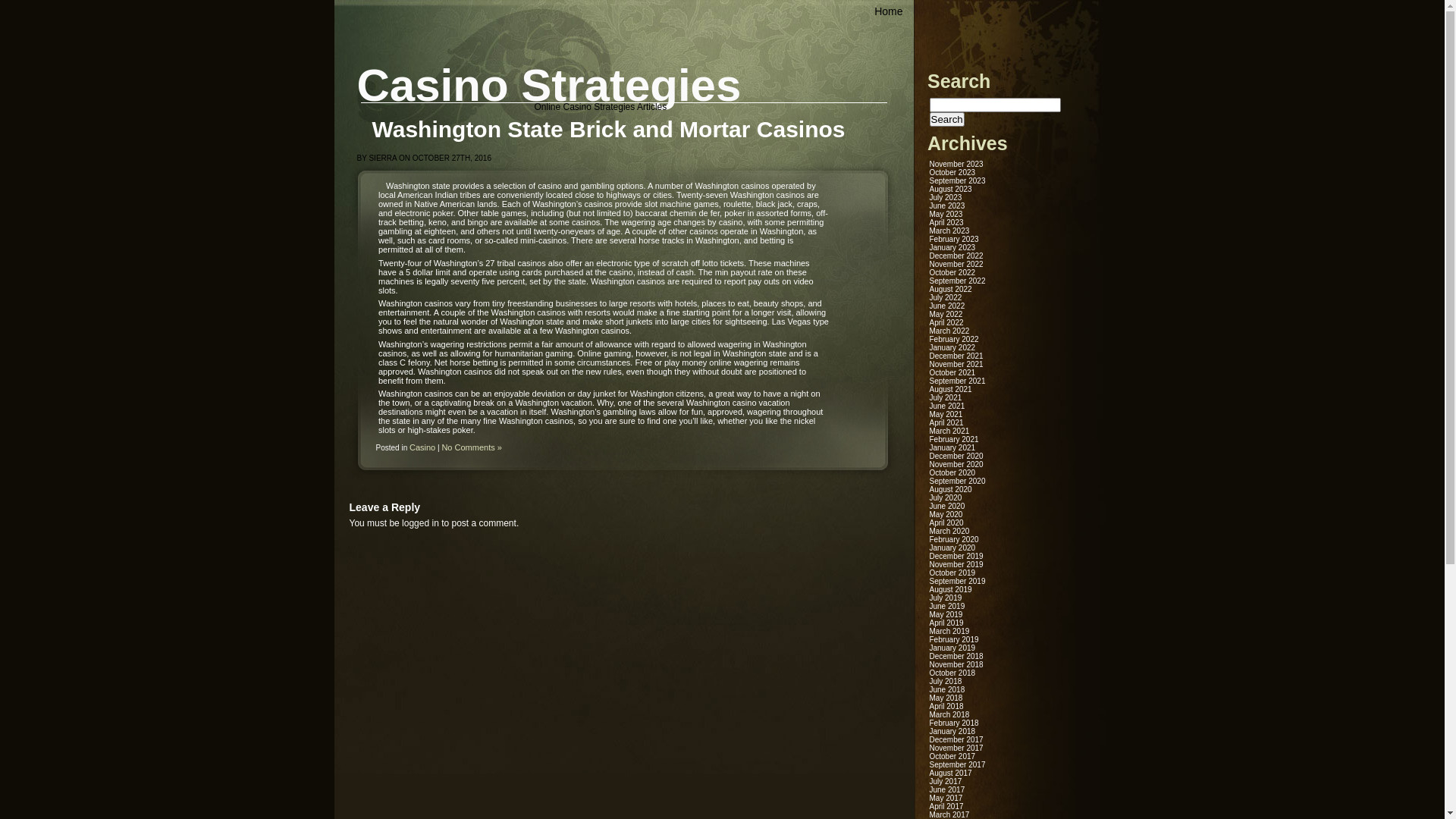 Image resolution: width=1456 pixels, height=819 pixels. What do you see at coordinates (946, 698) in the screenshot?
I see `'May 2018'` at bounding box center [946, 698].